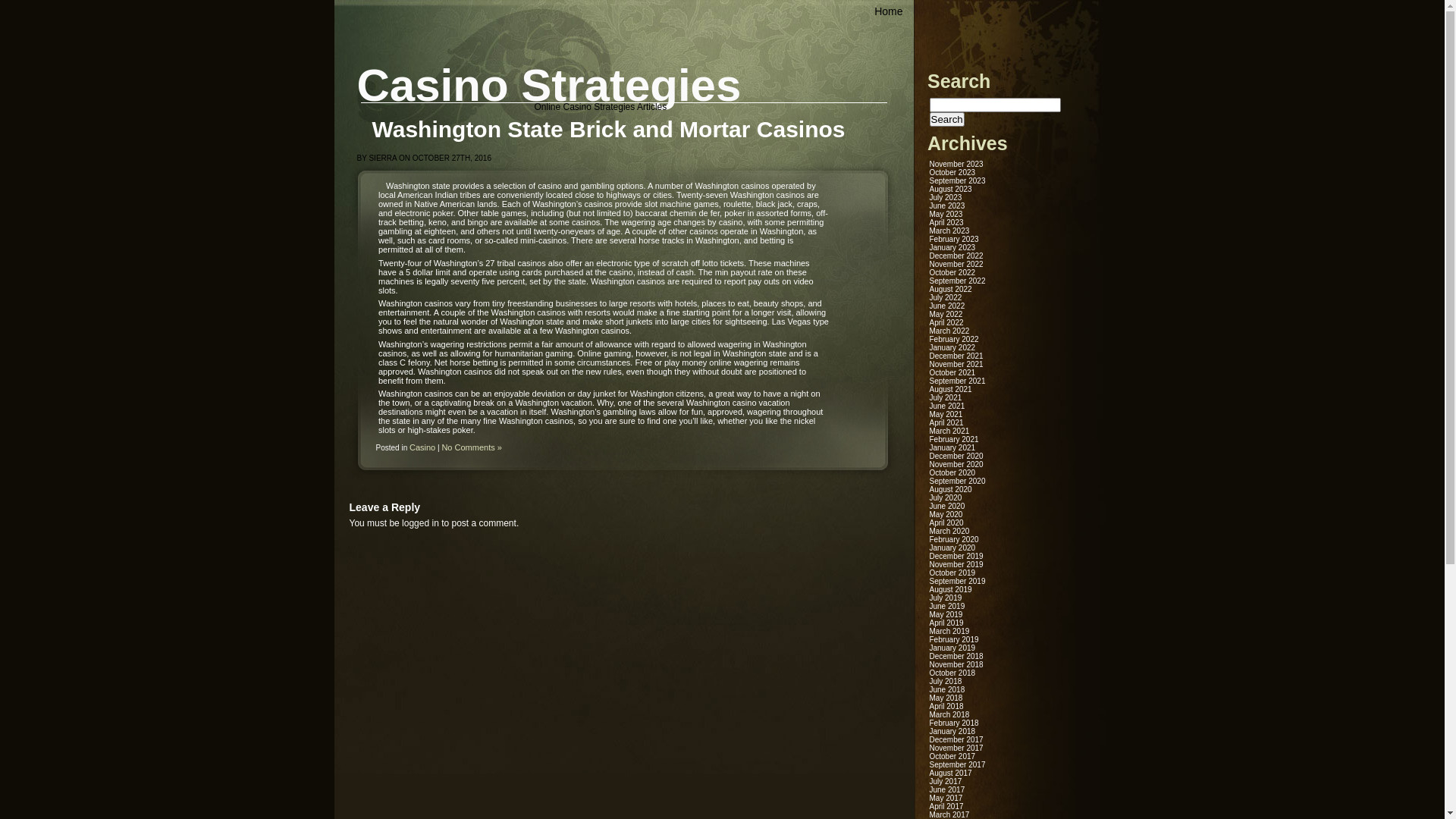 Image resolution: width=1456 pixels, height=819 pixels. What do you see at coordinates (946, 698) in the screenshot?
I see `'May 2018'` at bounding box center [946, 698].